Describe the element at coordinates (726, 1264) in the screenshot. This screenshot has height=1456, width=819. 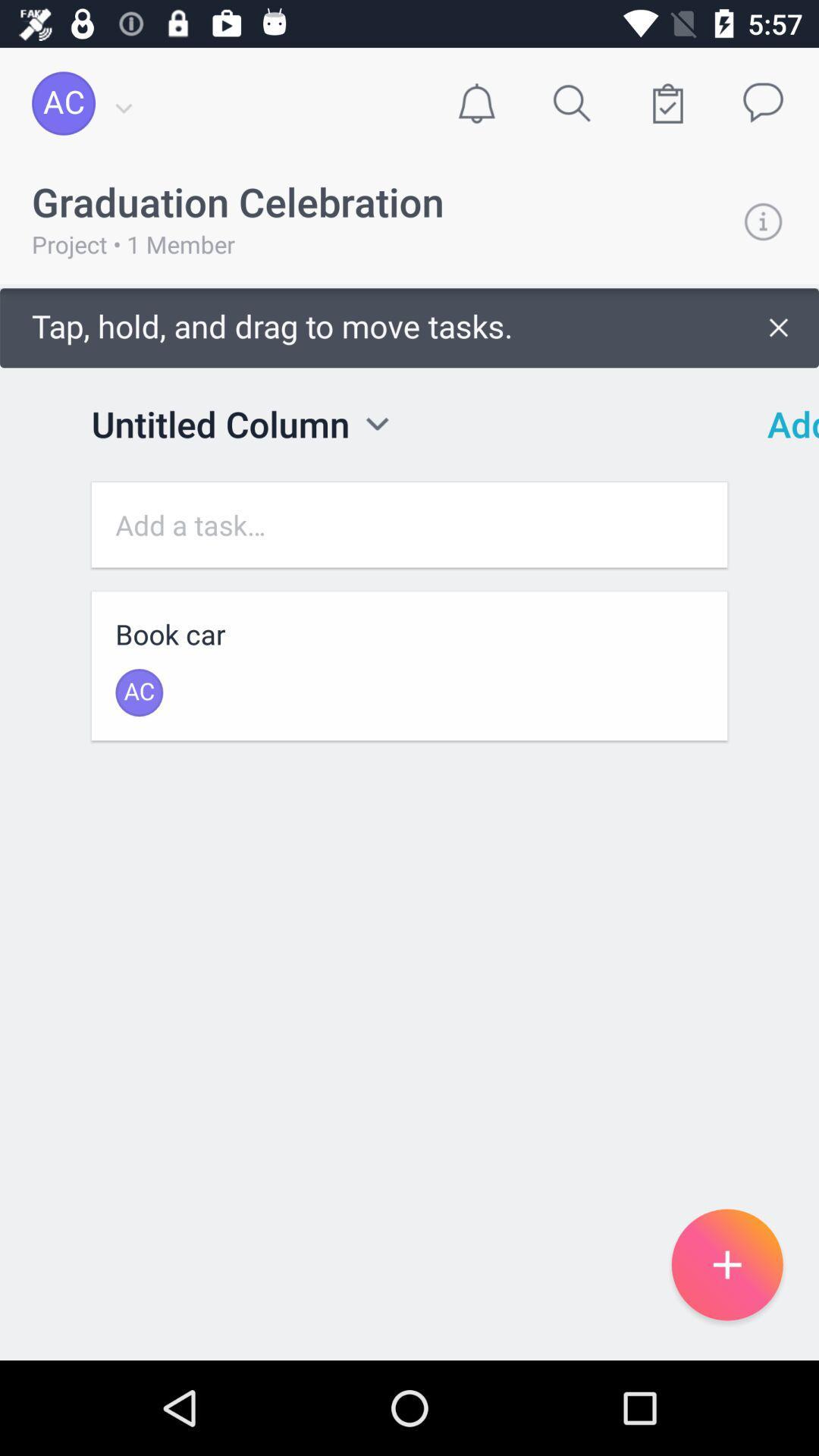
I see `the add icon` at that location.